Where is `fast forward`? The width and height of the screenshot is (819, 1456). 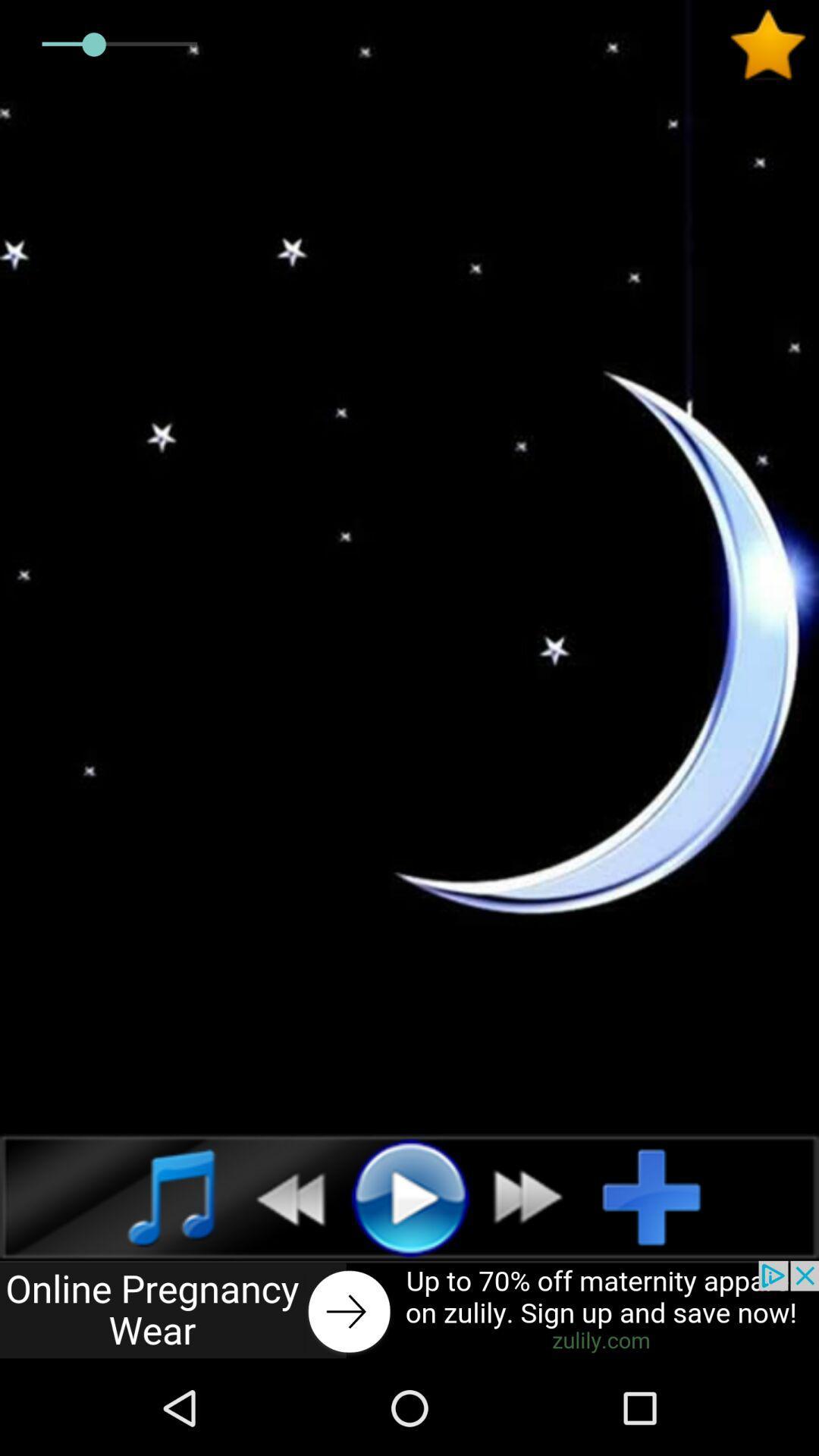 fast forward is located at coordinates (536, 1196).